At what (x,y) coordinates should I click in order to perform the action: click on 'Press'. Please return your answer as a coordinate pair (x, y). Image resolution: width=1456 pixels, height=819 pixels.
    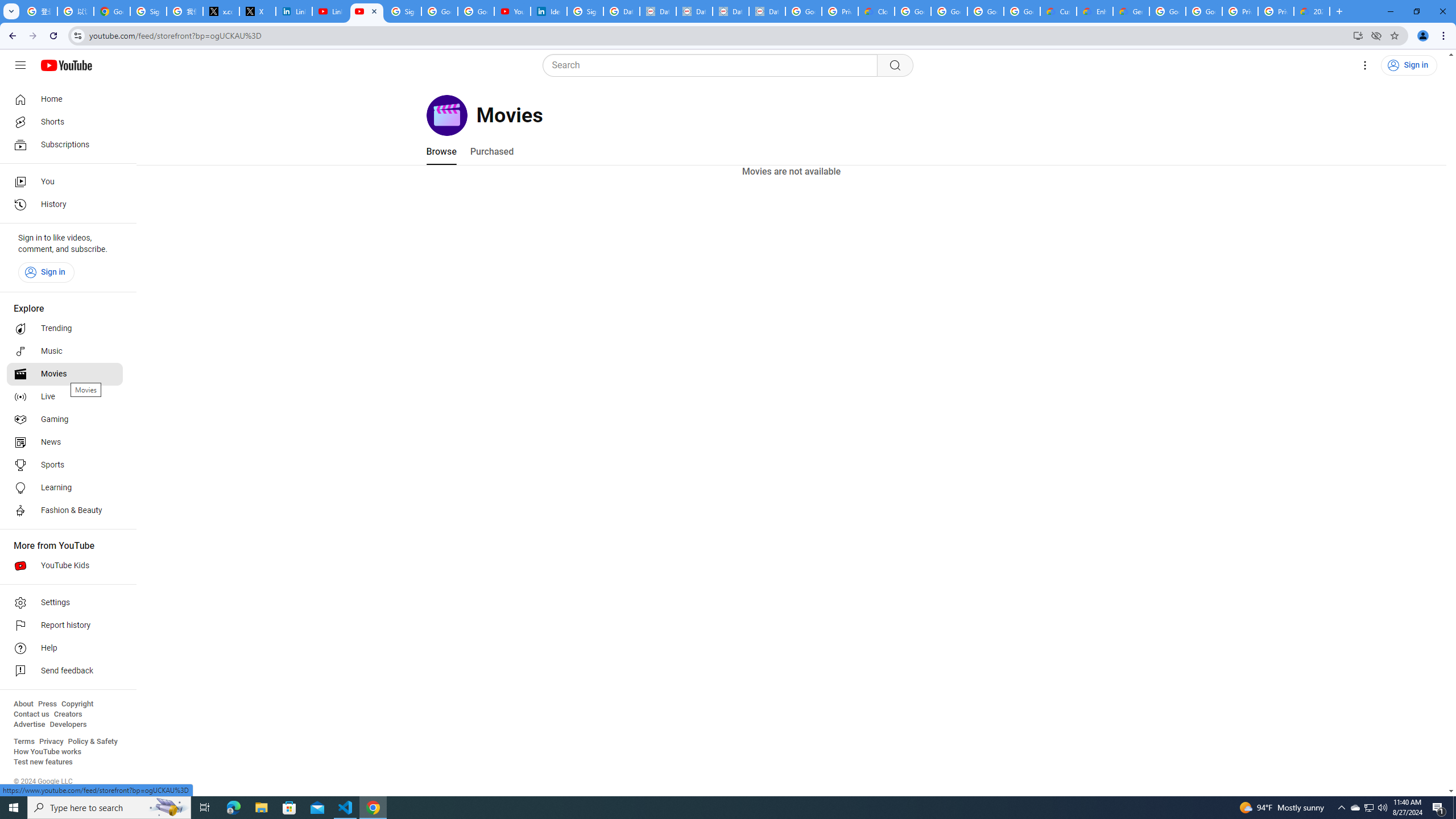
    Looking at the image, I should click on (47, 704).